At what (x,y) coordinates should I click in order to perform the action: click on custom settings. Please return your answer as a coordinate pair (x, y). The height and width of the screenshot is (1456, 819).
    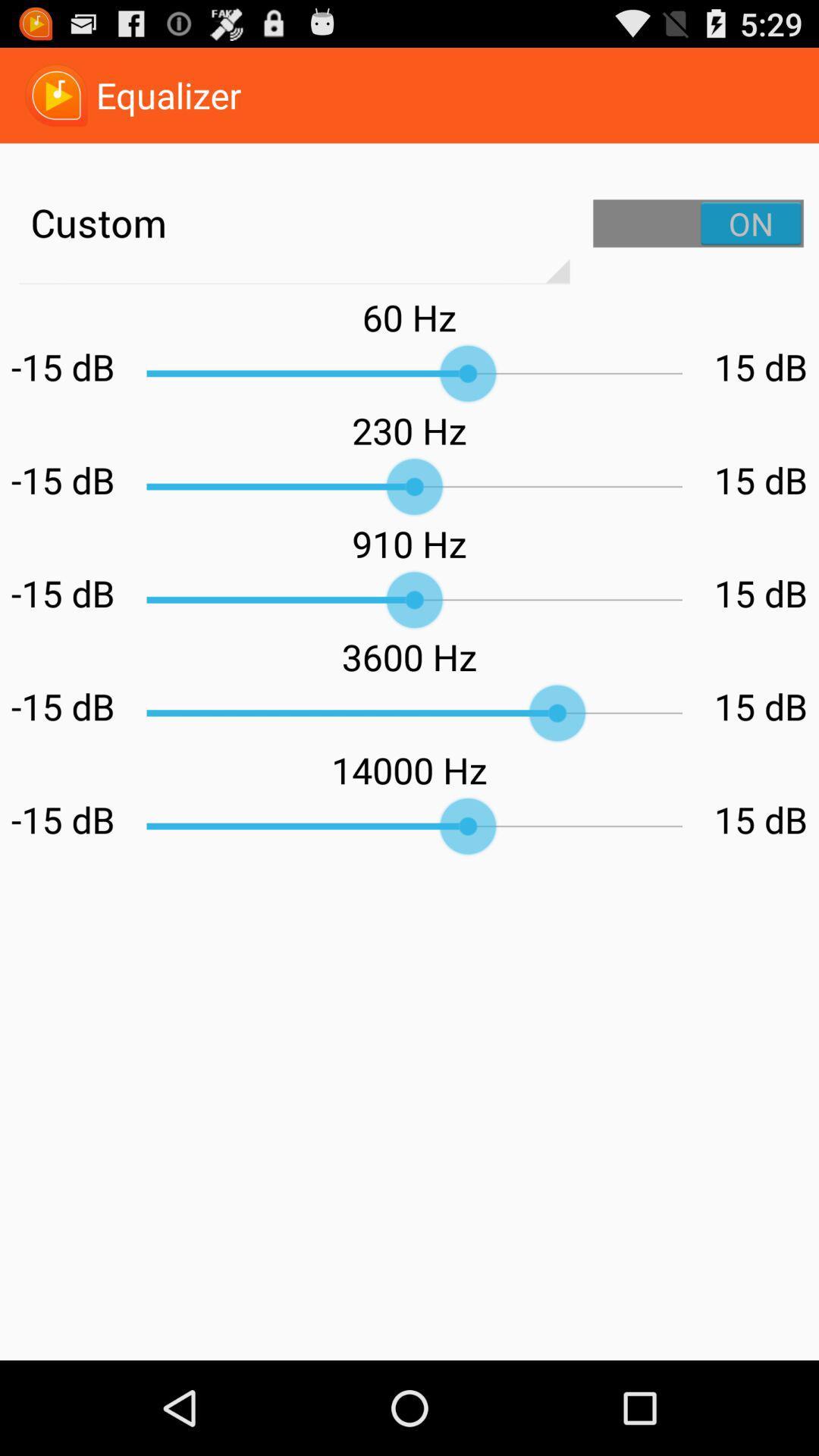
    Looking at the image, I should click on (698, 222).